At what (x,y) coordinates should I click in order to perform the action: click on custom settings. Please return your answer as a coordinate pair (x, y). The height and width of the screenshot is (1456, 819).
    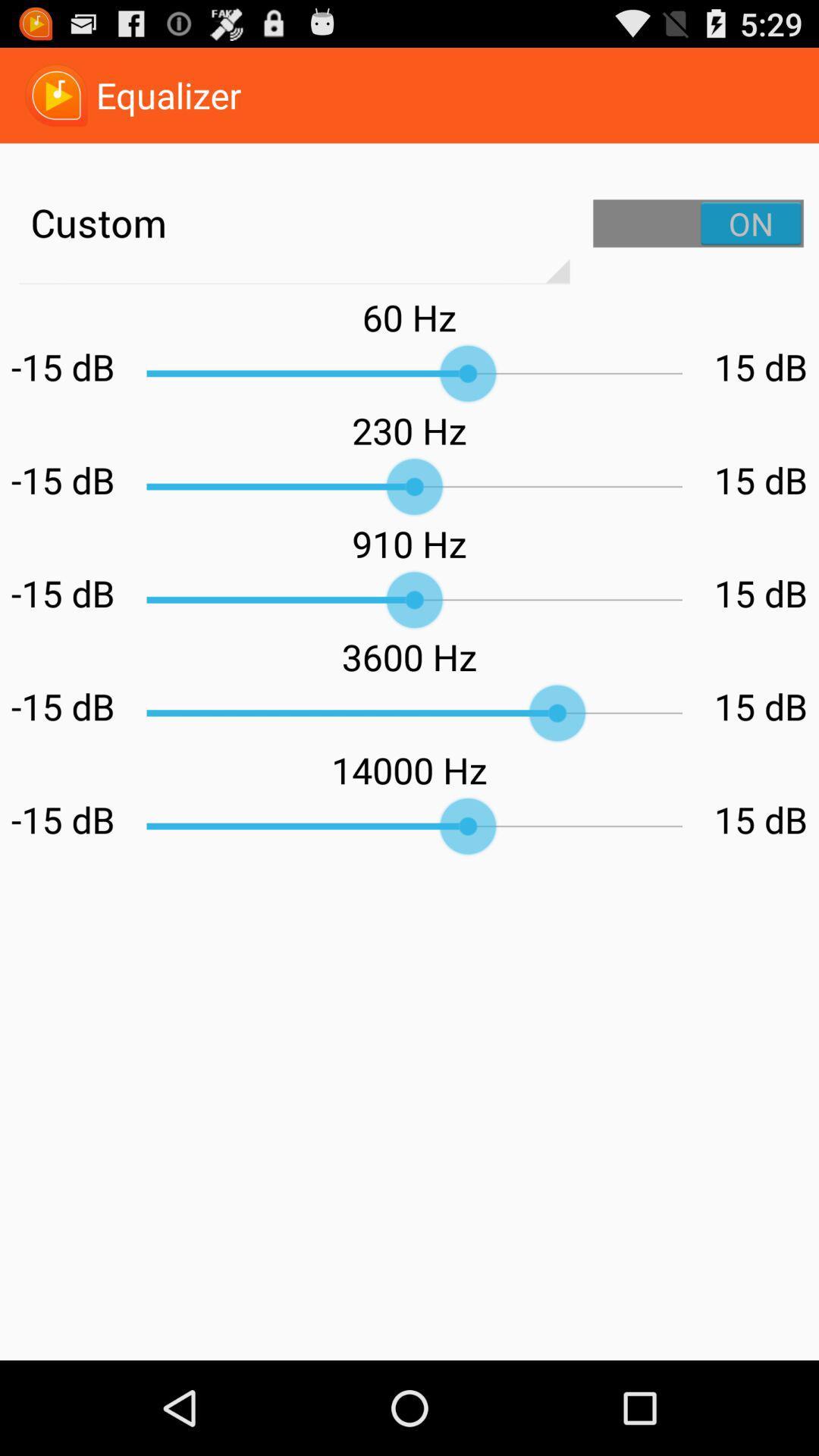
    Looking at the image, I should click on (698, 222).